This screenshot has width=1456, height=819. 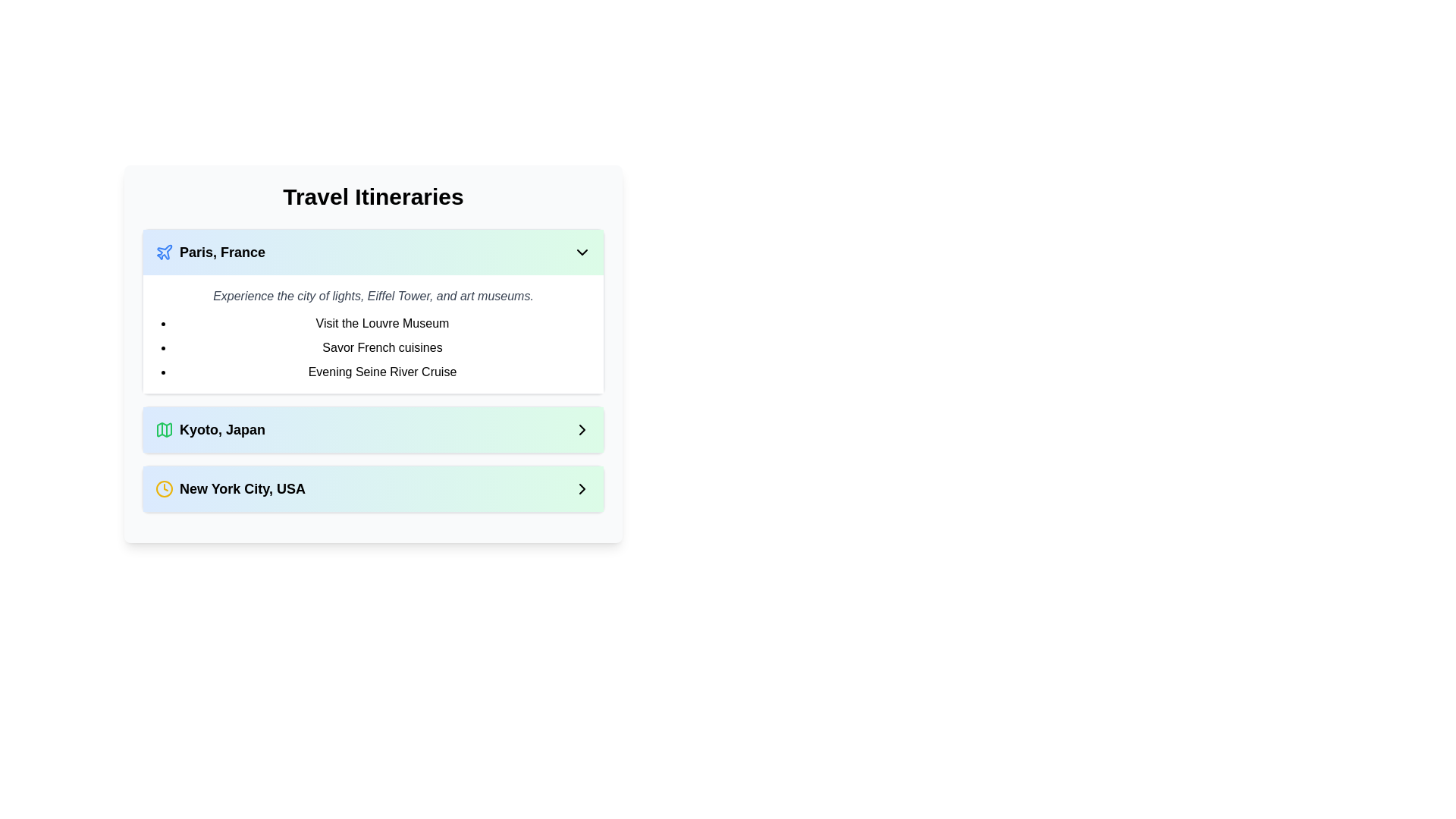 I want to click on the selectable card representing 'New York City, USA', so click(x=373, y=488).